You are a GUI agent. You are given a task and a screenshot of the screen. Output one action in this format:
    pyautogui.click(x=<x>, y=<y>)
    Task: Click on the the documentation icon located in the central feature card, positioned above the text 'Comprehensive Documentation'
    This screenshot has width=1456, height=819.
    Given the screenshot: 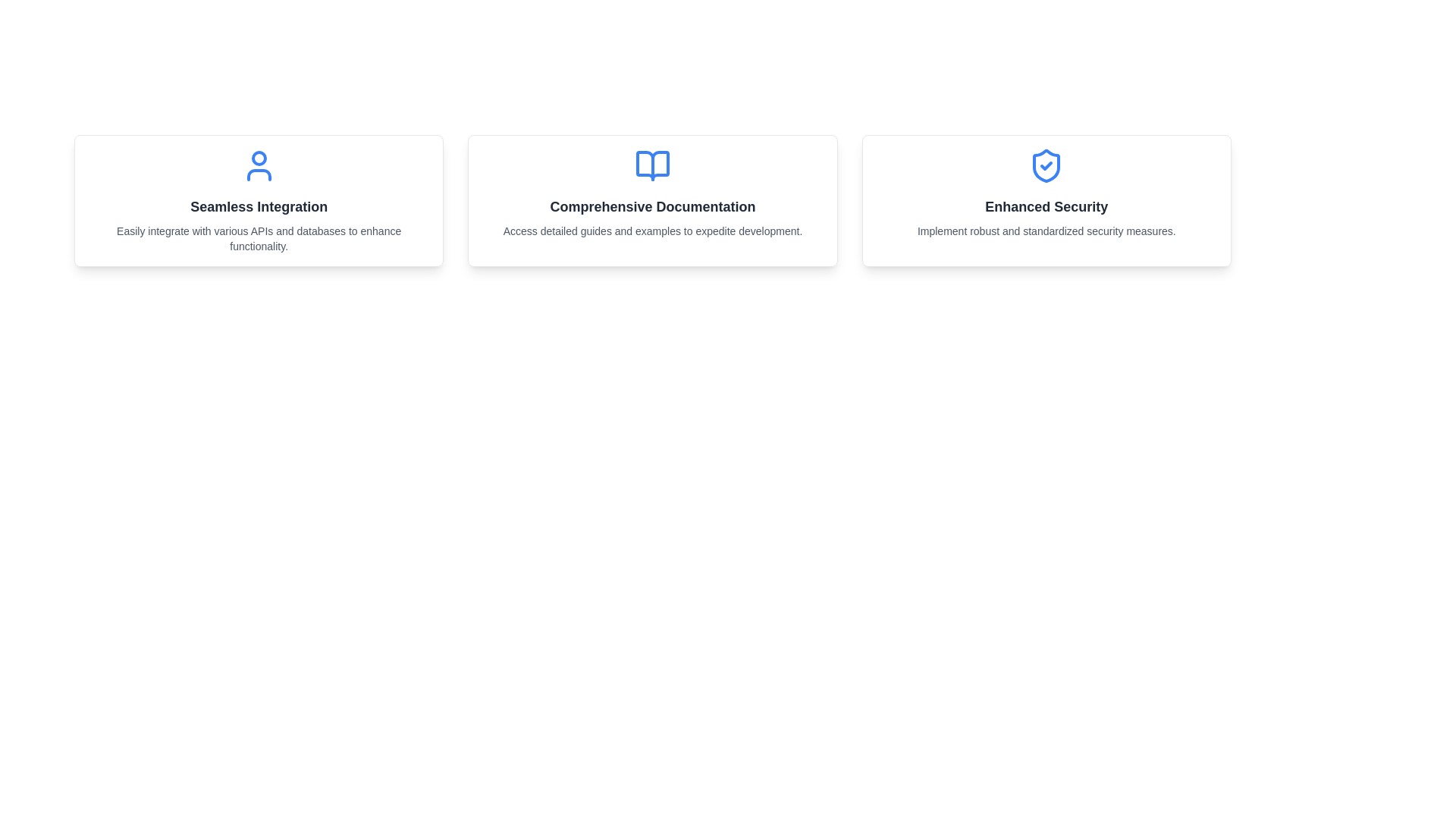 What is the action you would take?
    pyautogui.click(x=652, y=166)
    